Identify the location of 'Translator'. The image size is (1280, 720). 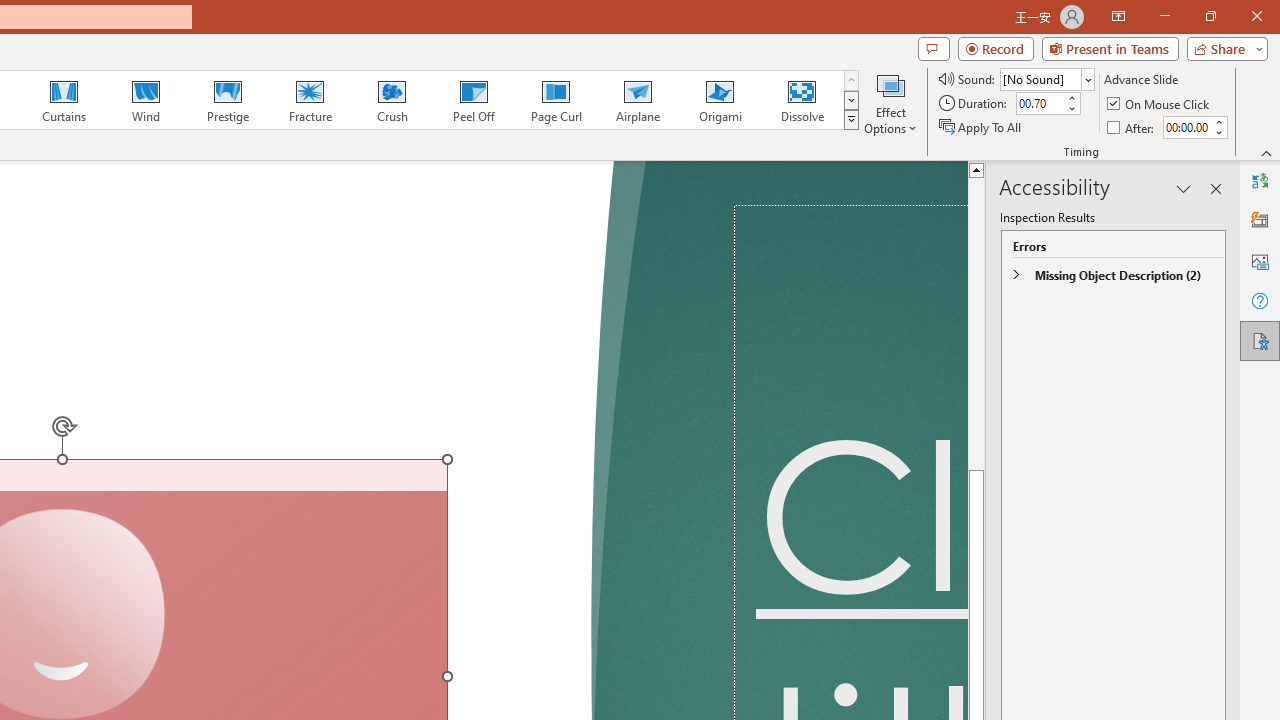
(1259, 181).